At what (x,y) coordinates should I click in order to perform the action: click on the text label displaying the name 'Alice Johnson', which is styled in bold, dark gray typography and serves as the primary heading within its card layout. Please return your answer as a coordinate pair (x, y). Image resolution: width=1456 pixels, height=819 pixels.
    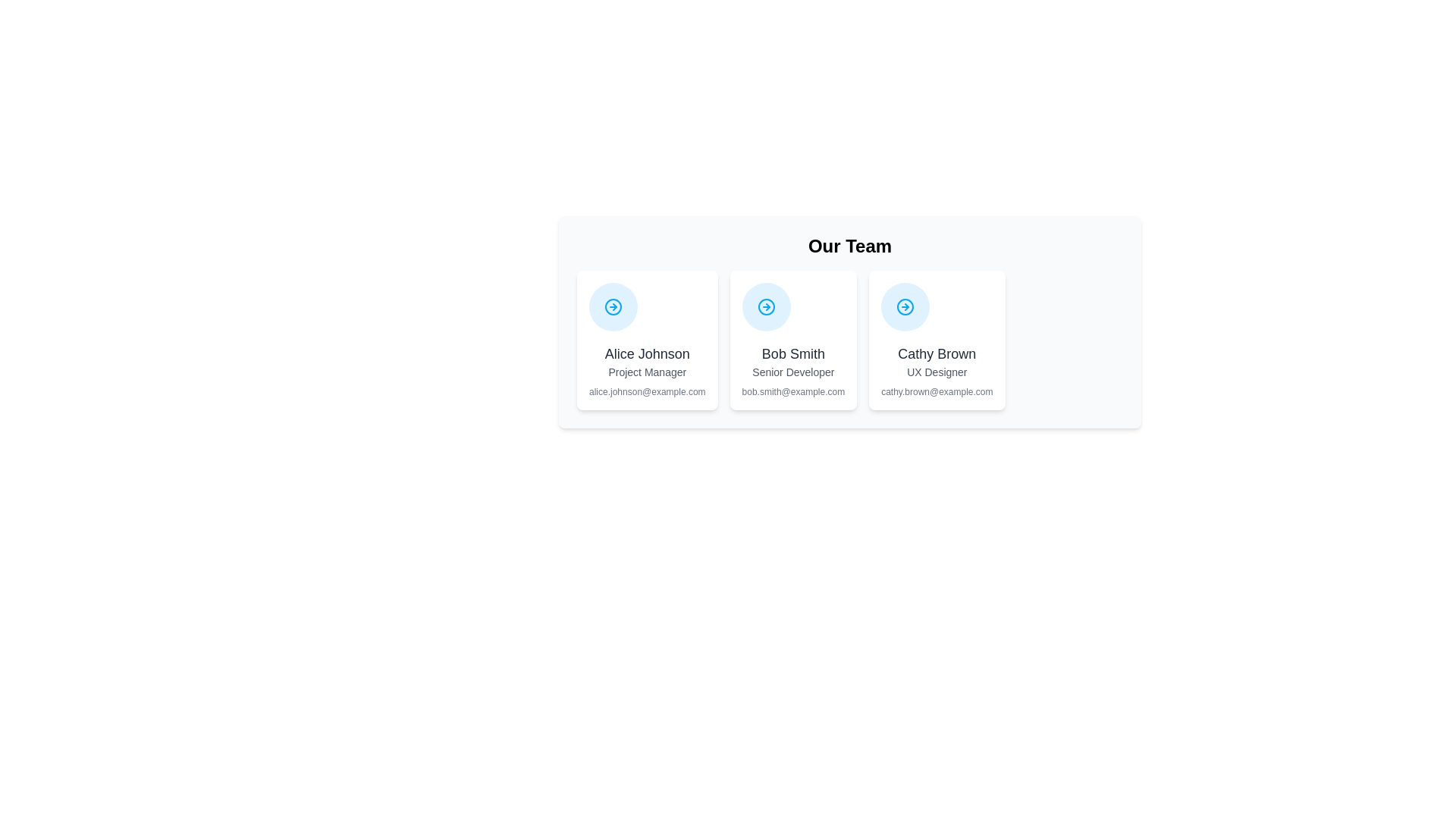
    Looking at the image, I should click on (647, 353).